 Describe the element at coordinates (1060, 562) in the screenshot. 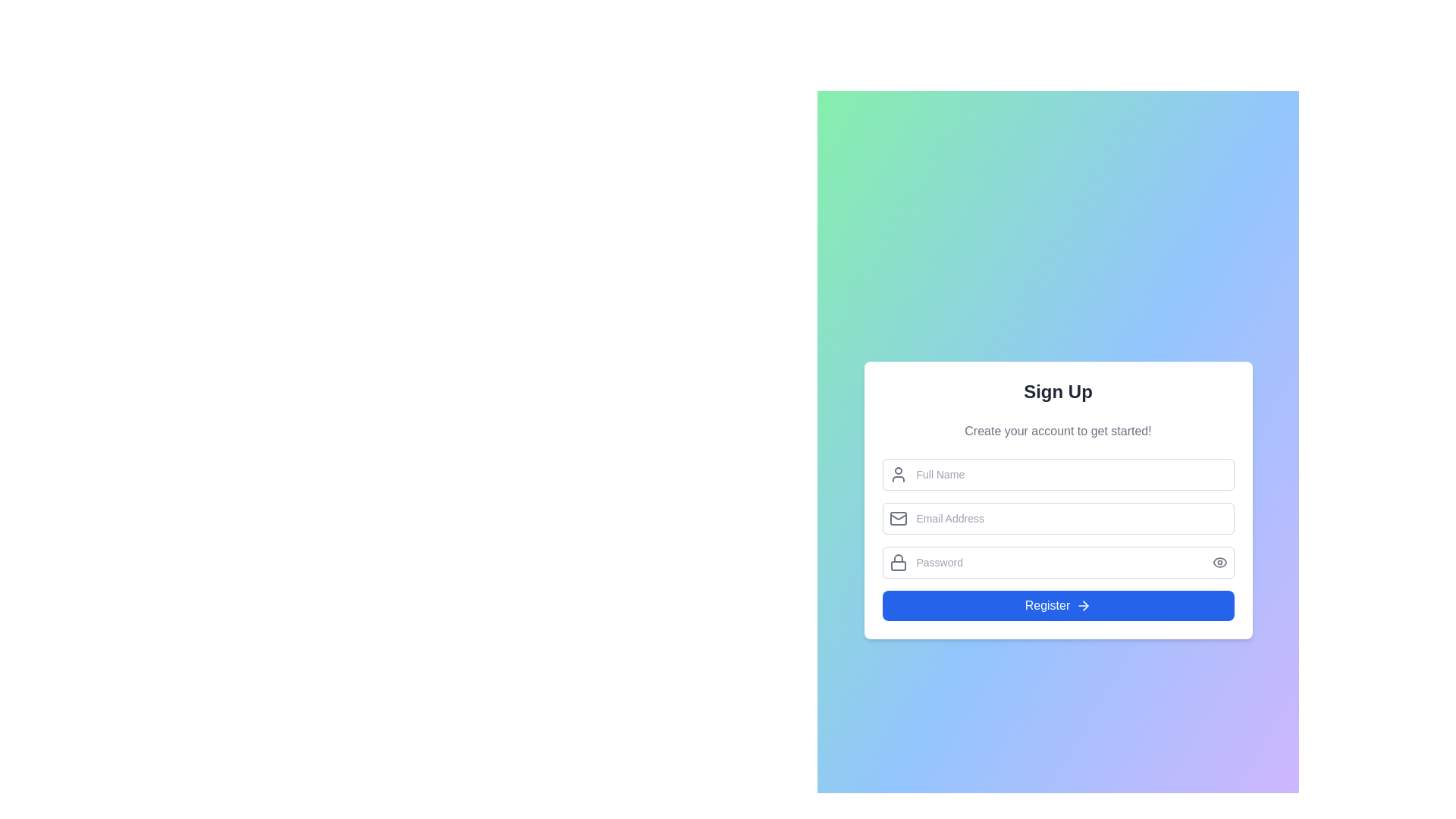

I see `the Password input field by tabbing to focus on it, which is styled with a rounded rectangular border and contains the placeholder text 'Password'` at that location.